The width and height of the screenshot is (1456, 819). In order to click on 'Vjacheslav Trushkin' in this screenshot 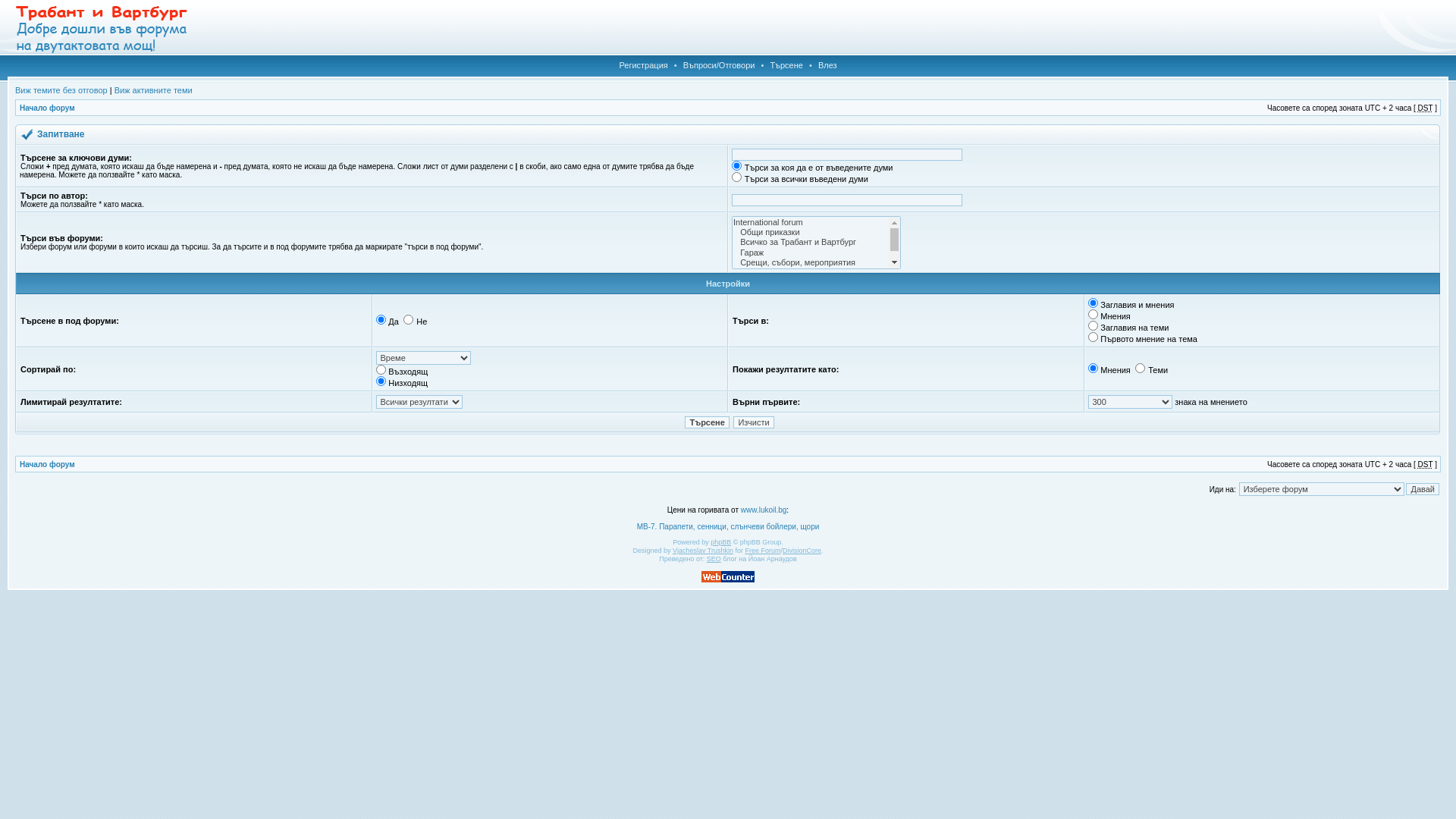, I will do `click(701, 550)`.